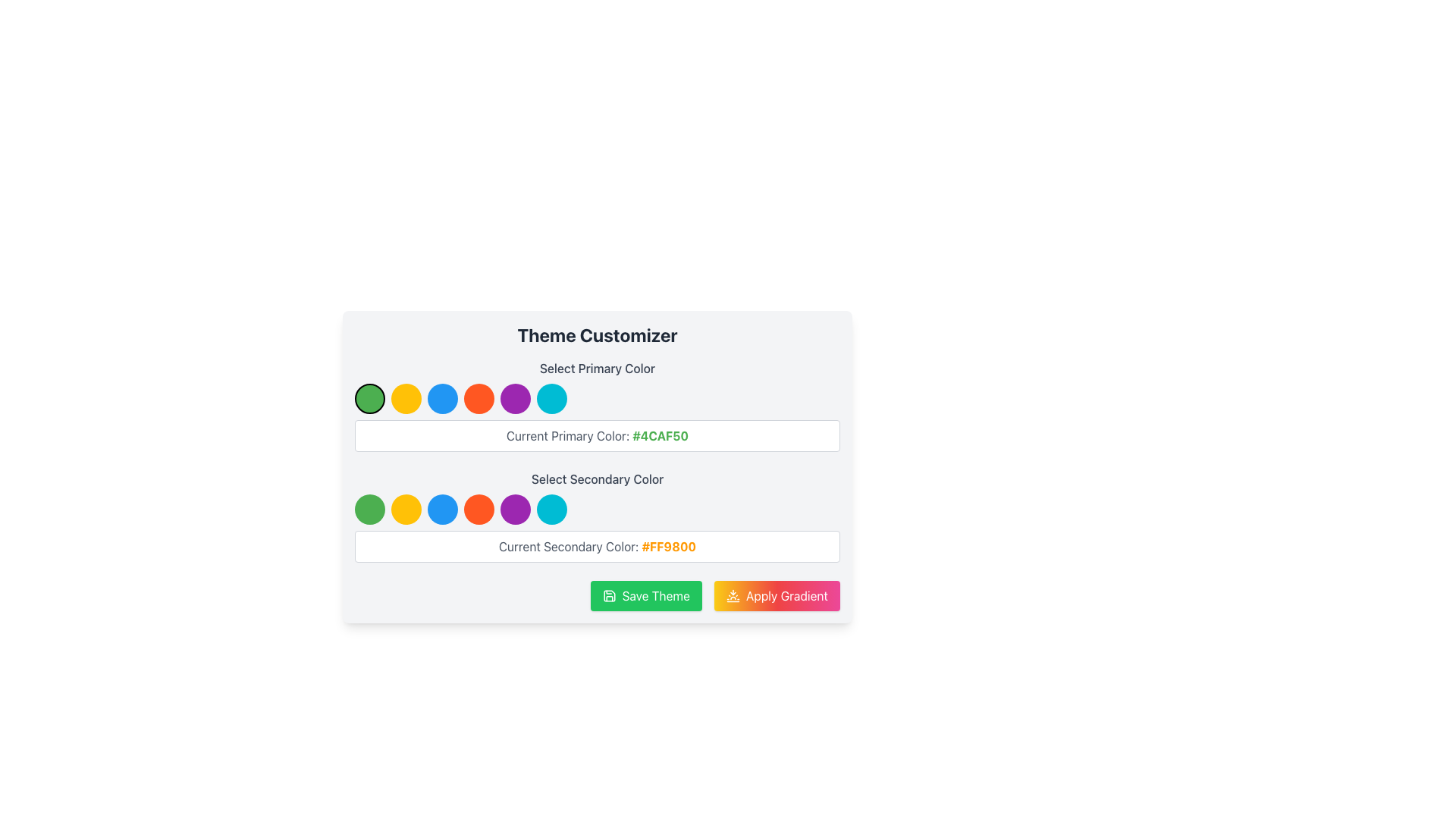 This screenshot has height=819, width=1456. What do you see at coordinates (596, 595) in the screenshot?
I see `the 'Save Theme' button located in the 'Theme Customizer' section, directly below the 'Select Secondary Color' and 'Current Secondary Color: #FF9800' segments` at bounding box center [596, 595].